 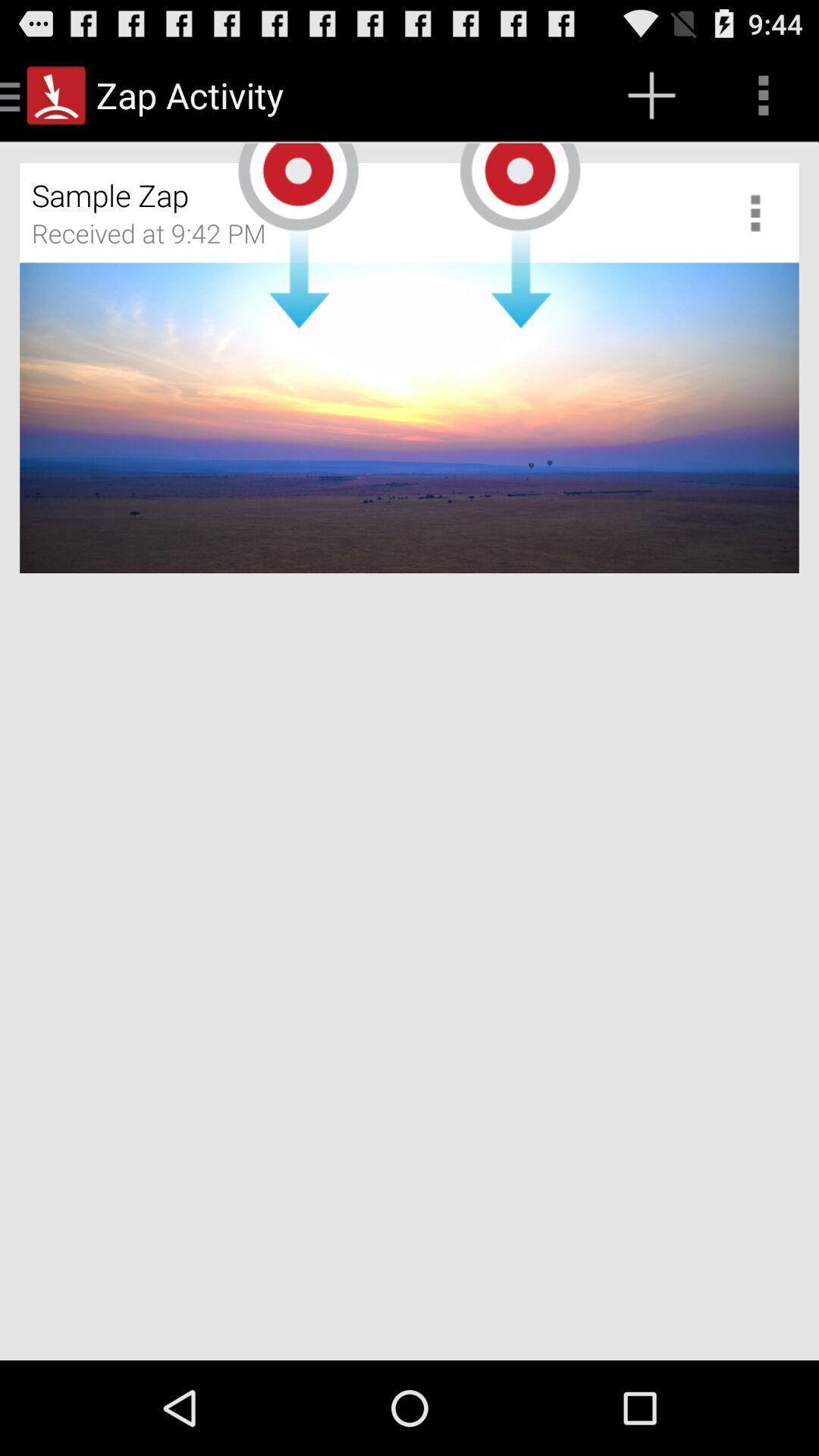 I want to click on the received at 9 item, so click(x=158, y=238).